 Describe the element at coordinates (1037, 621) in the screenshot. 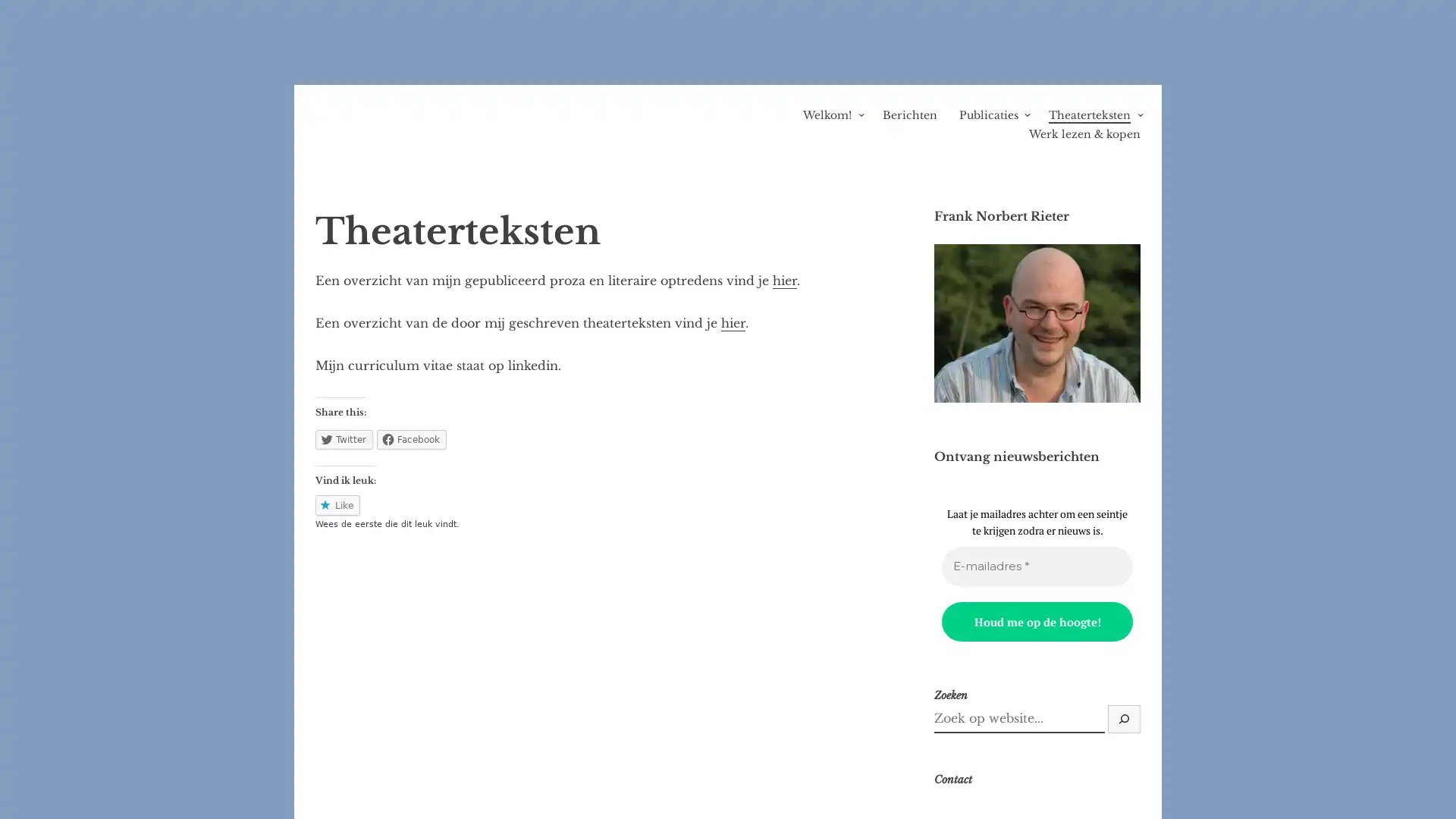

I see `Houd me op de hoogte!` at that location.